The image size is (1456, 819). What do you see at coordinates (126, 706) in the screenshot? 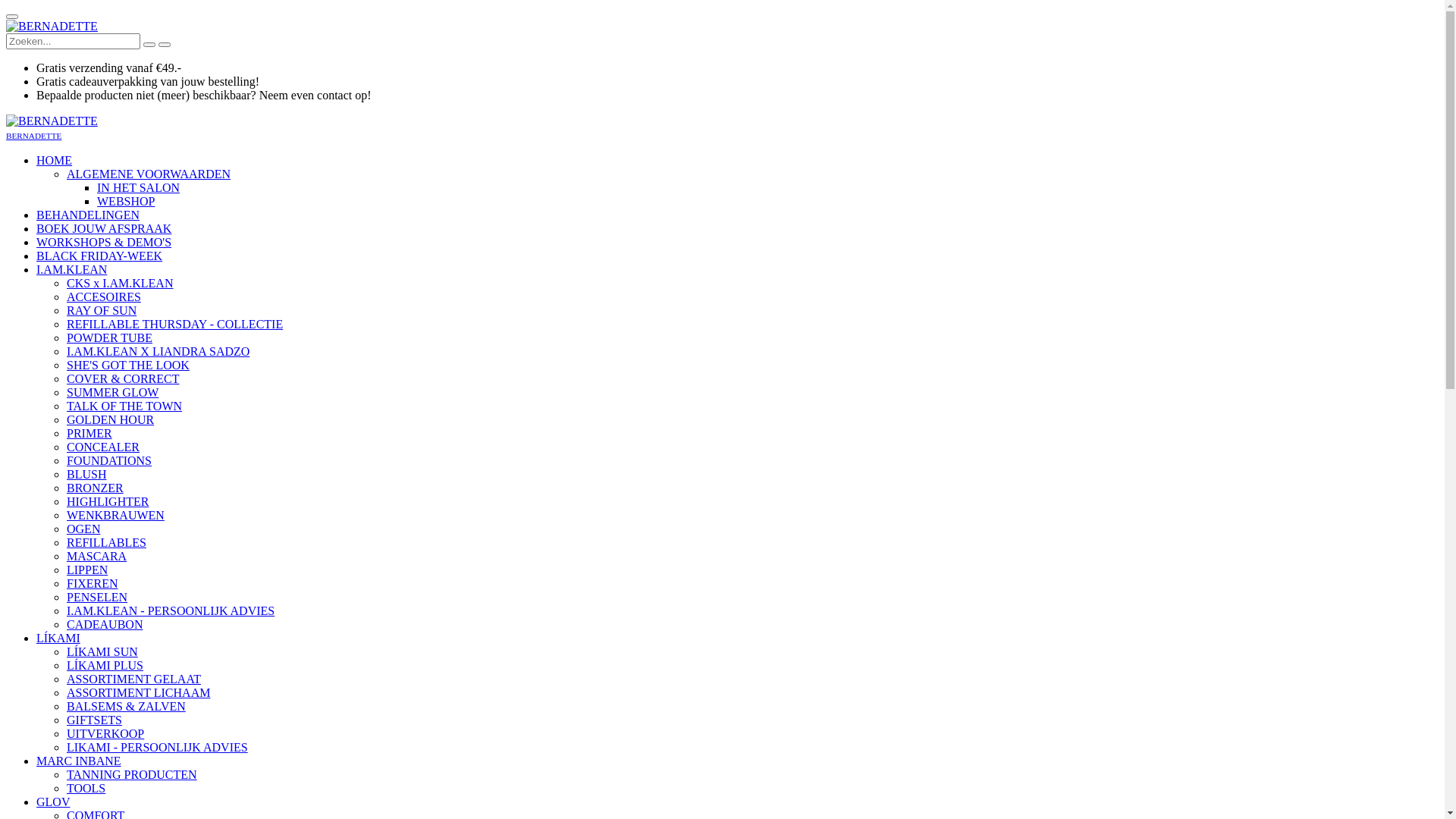
I see `'BALSEMS & ZALVEN'` at bounding box center [126, 706].